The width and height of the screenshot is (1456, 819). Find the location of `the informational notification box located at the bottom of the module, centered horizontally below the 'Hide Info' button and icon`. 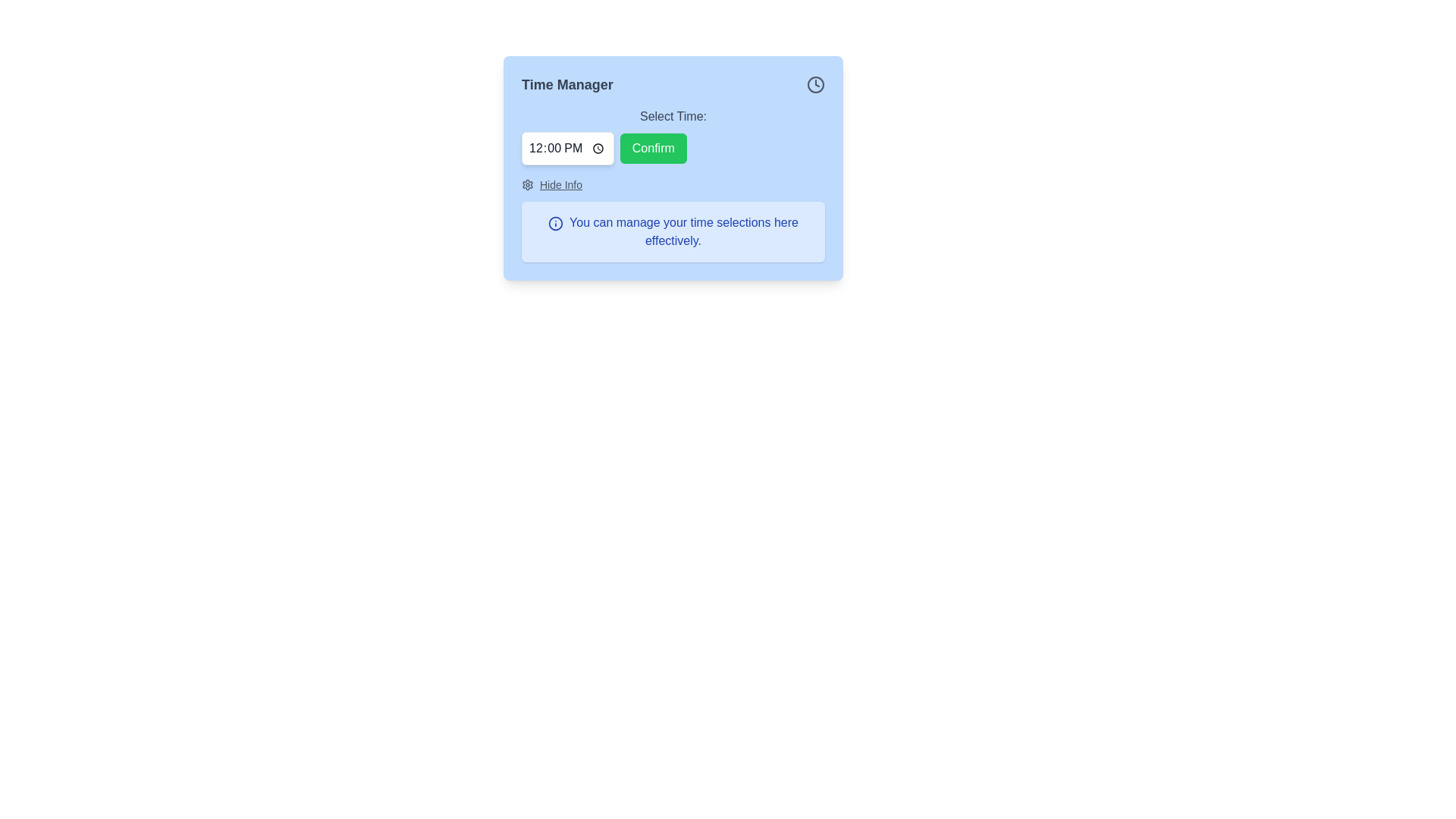

the informational notification box located at the bottom of the module, centered horizontally below the 'Hide Info' button and icon is located at coordinates (673, 231).